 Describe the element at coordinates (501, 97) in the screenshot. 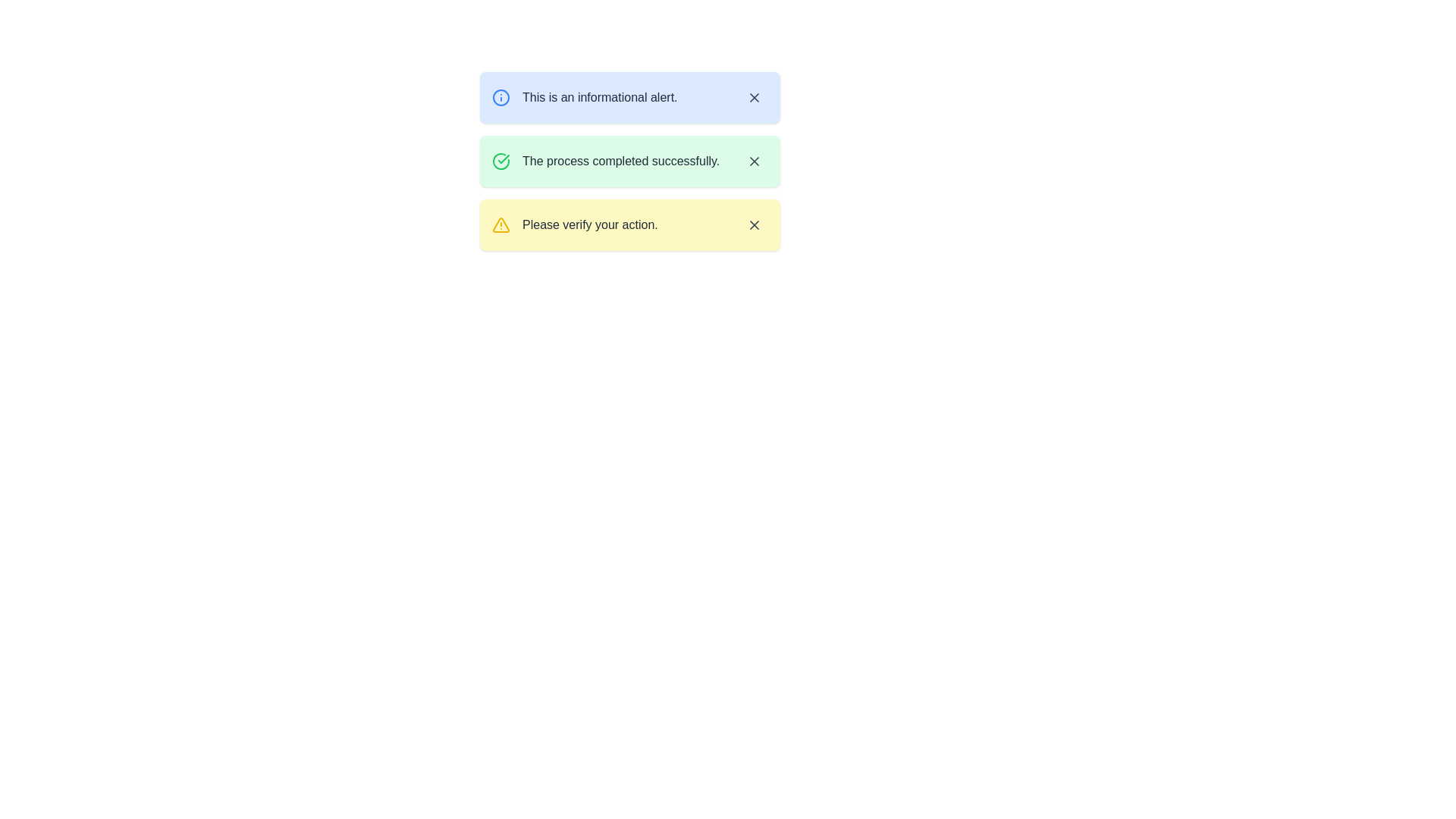

I see `the informational SVG icon located at the left side of the alert box preceding the text 'This is an informational alert.'` at that location.